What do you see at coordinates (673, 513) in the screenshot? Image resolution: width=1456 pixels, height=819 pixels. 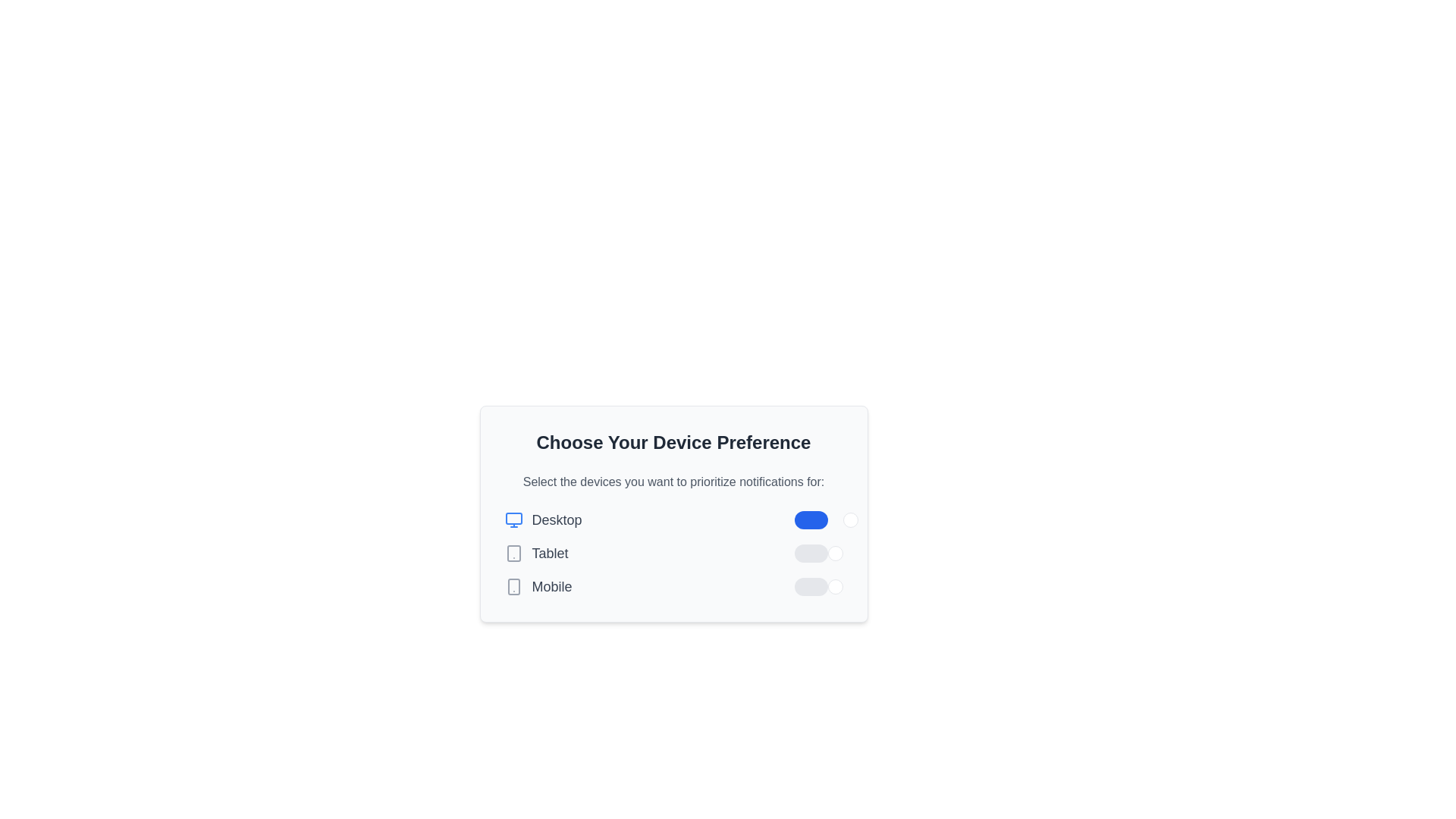 I see `descriptions and headings within the Card containing interactive toggle switches to understand the purpose of the notification preferences` at bounding box center [673, 513].